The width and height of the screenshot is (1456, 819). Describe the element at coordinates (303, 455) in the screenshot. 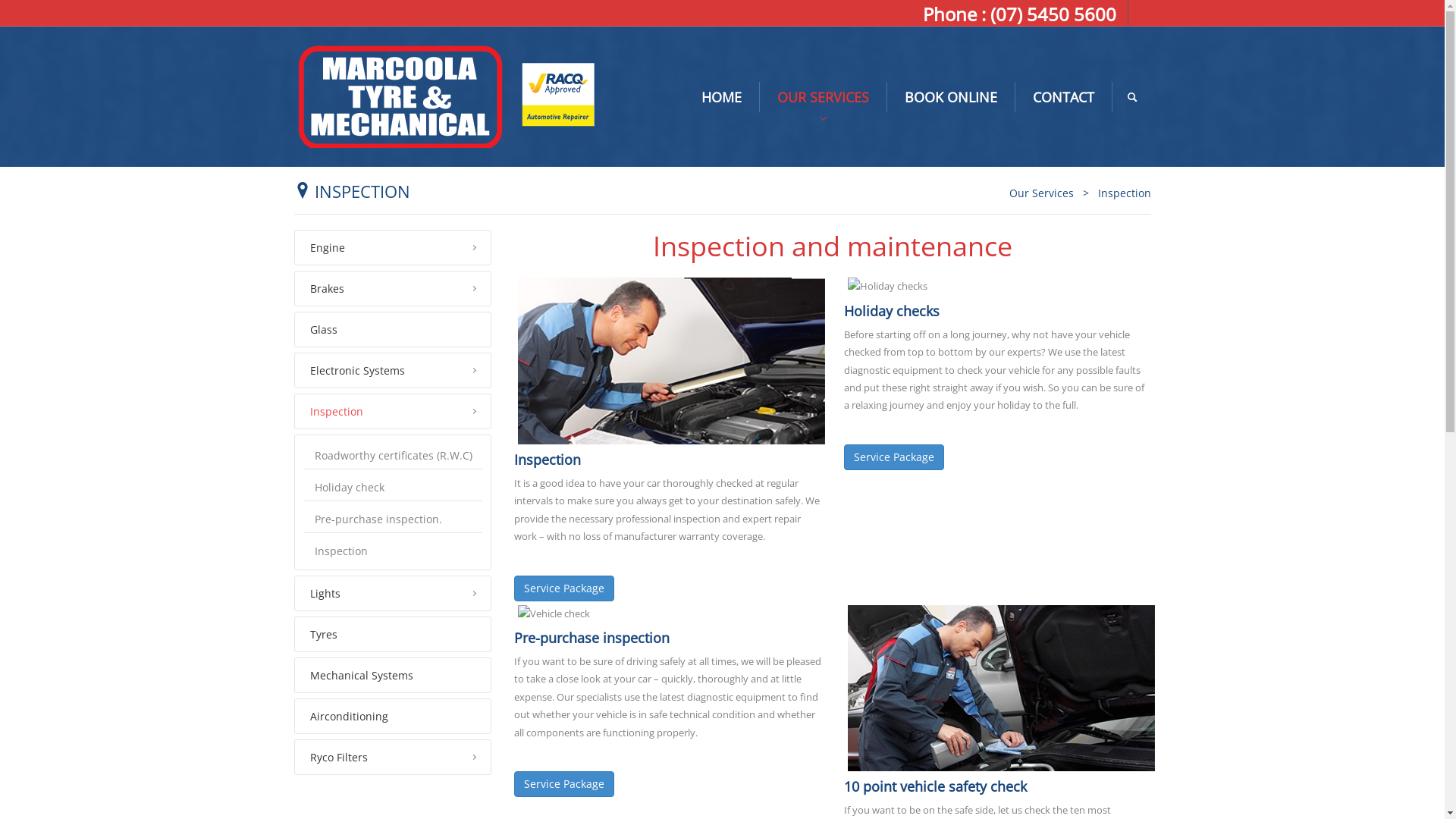

I see `'Roadworthy certificates (R.W.C)'` at that location.